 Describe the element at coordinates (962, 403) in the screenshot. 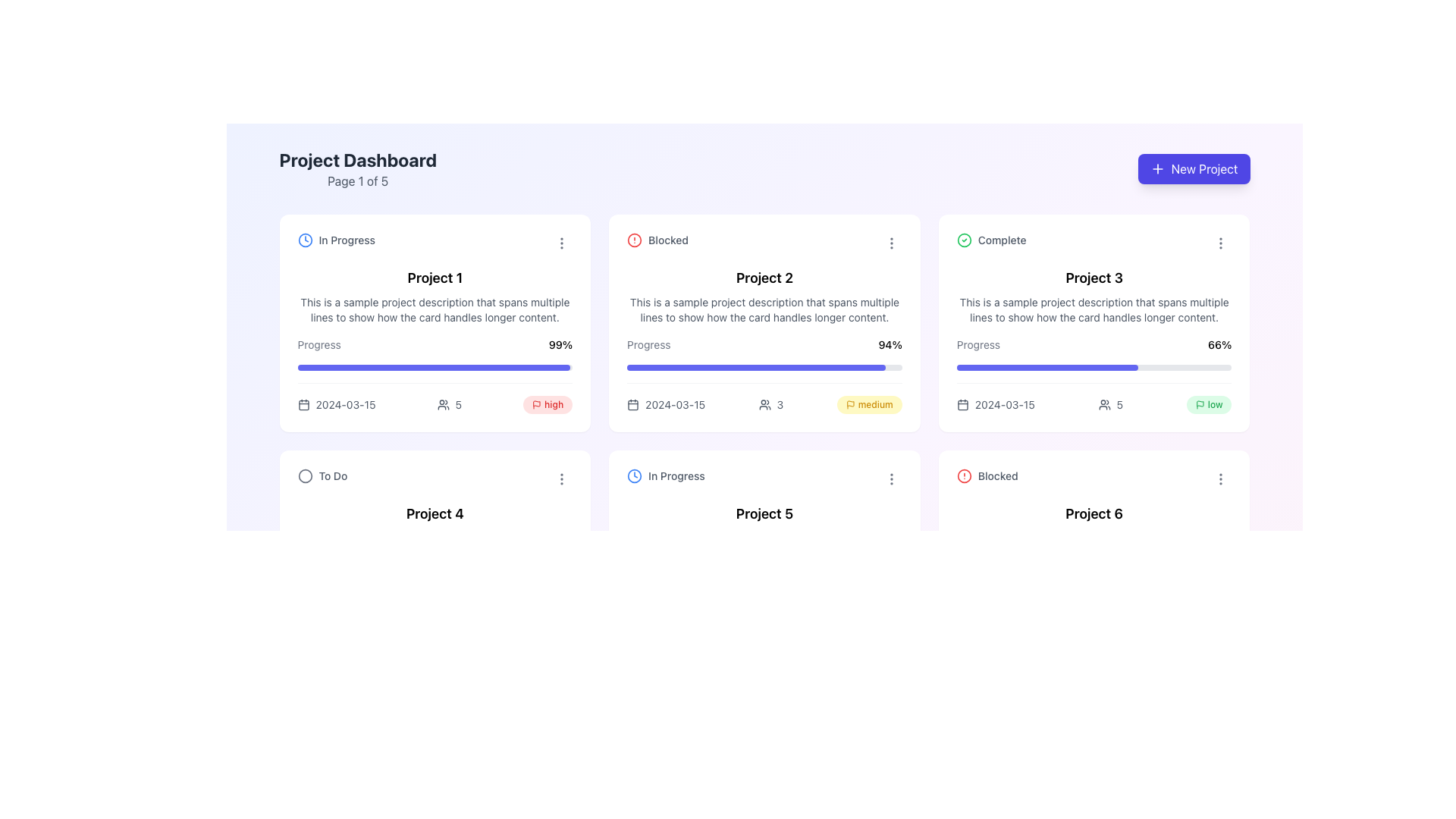

I see `calendar icon located at the top left of the '2024-03-15' date label in the 'Complete' project card` at that location.